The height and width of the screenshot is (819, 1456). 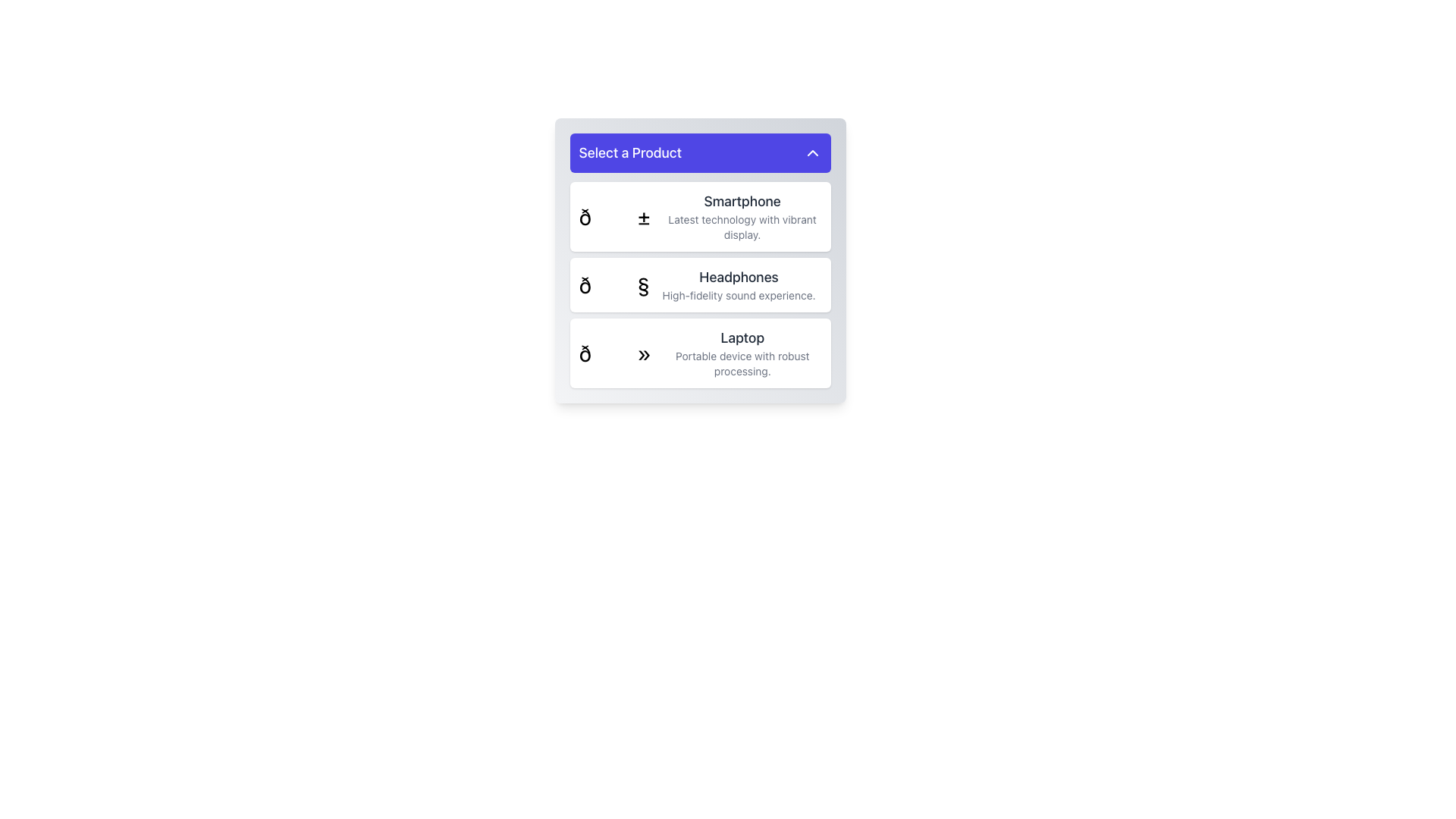 I want to click on the text label that contains 'Latest technology with vibrant display.' which is styled in gray and positioned below the 'Smartphone' text within the product card, so click(x=742, y=227).